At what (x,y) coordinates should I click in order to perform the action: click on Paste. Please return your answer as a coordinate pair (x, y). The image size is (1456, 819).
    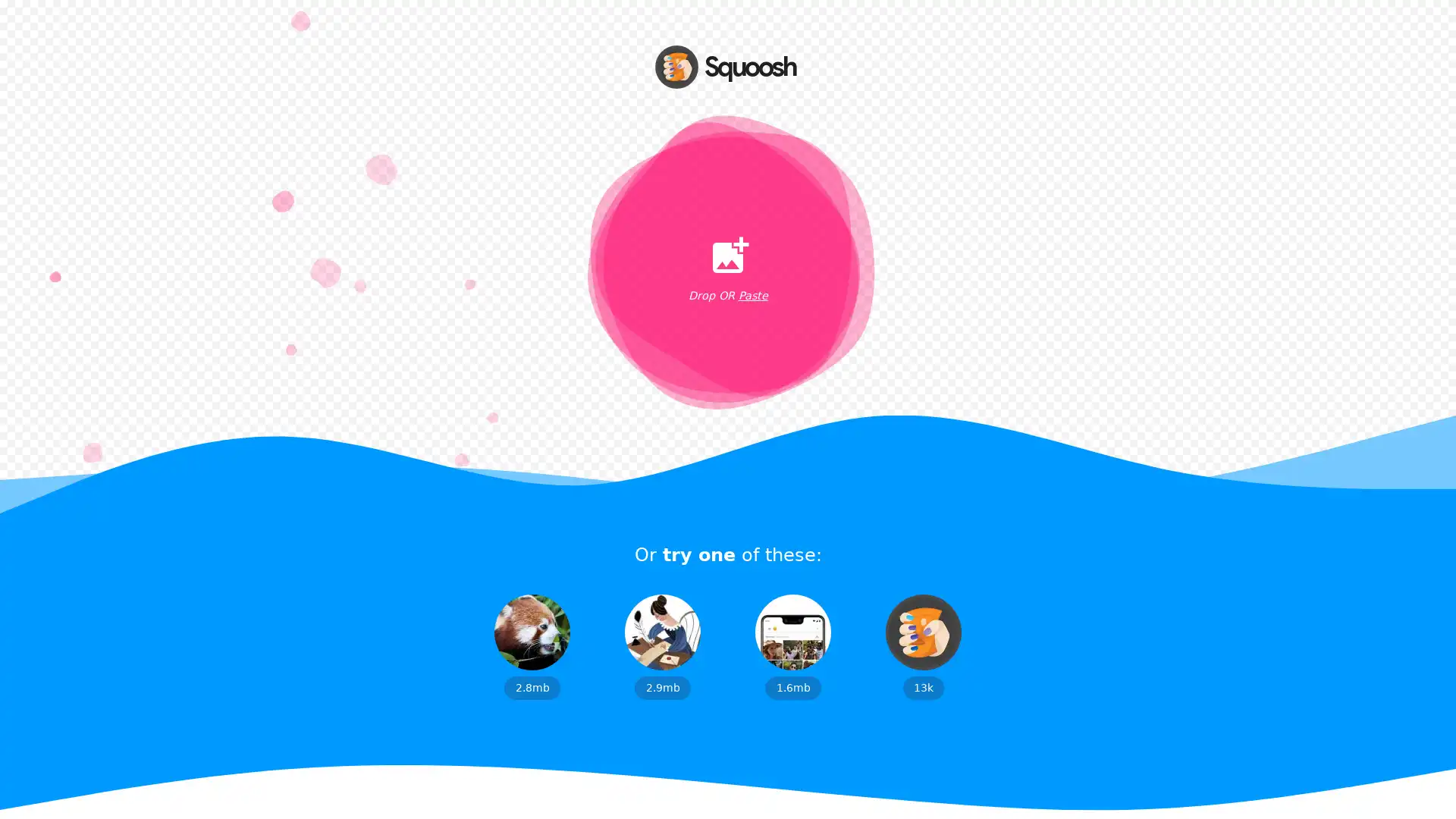
    Looking at the image, I should click on (752, 296).